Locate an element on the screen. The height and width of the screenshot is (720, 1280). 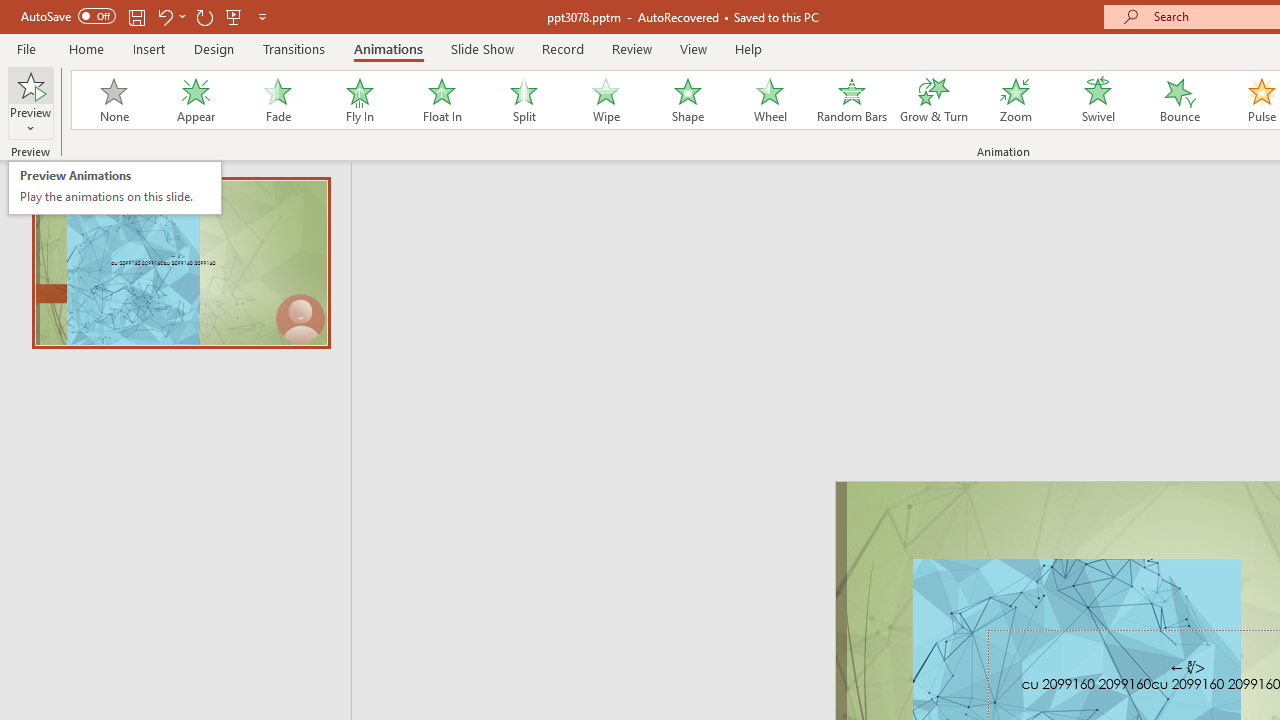
'Shape' is located at coordinates (688, 100).